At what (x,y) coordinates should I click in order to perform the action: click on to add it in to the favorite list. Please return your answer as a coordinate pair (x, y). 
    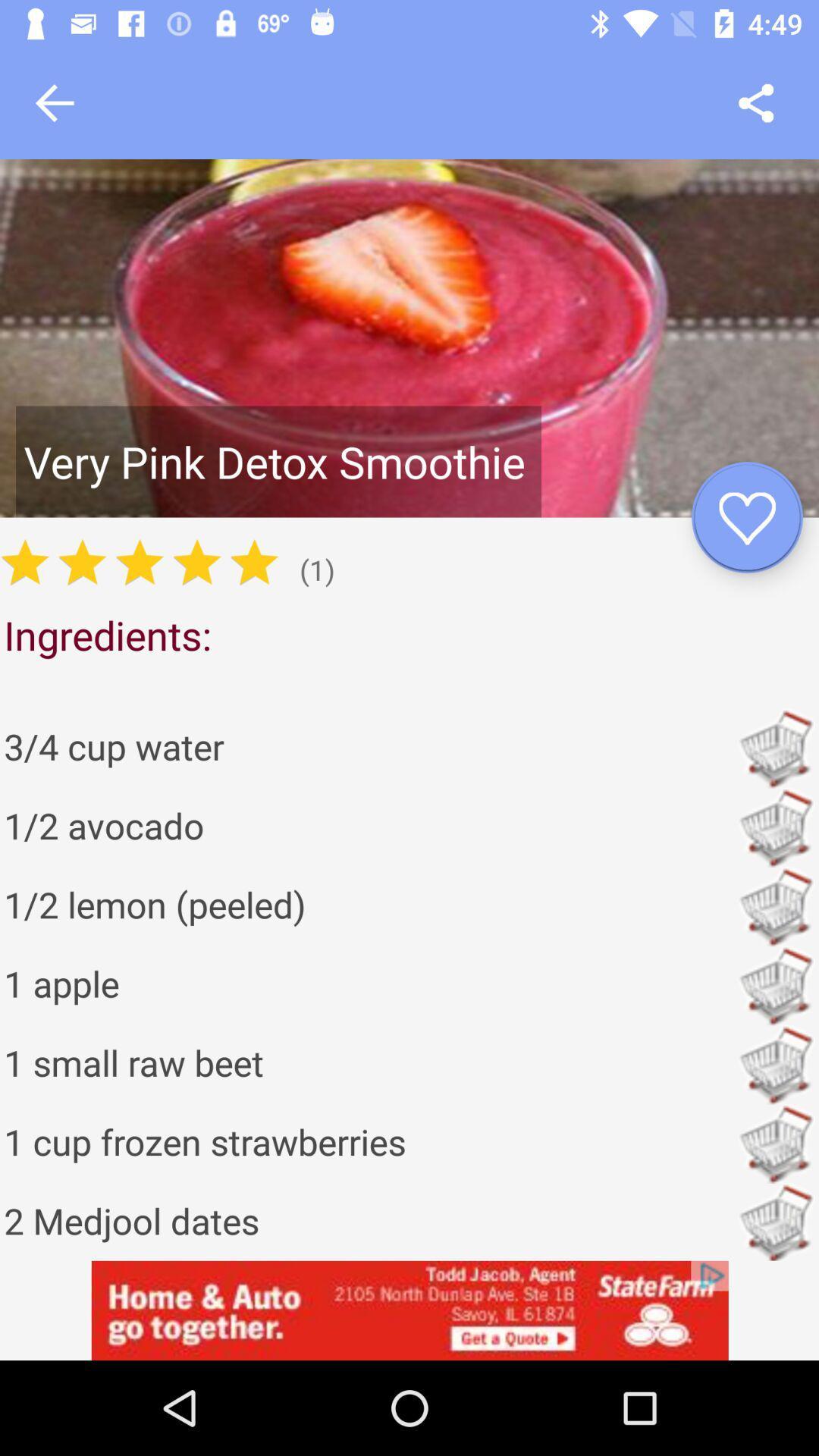
    Looking at the image, I should click on (746, 517).